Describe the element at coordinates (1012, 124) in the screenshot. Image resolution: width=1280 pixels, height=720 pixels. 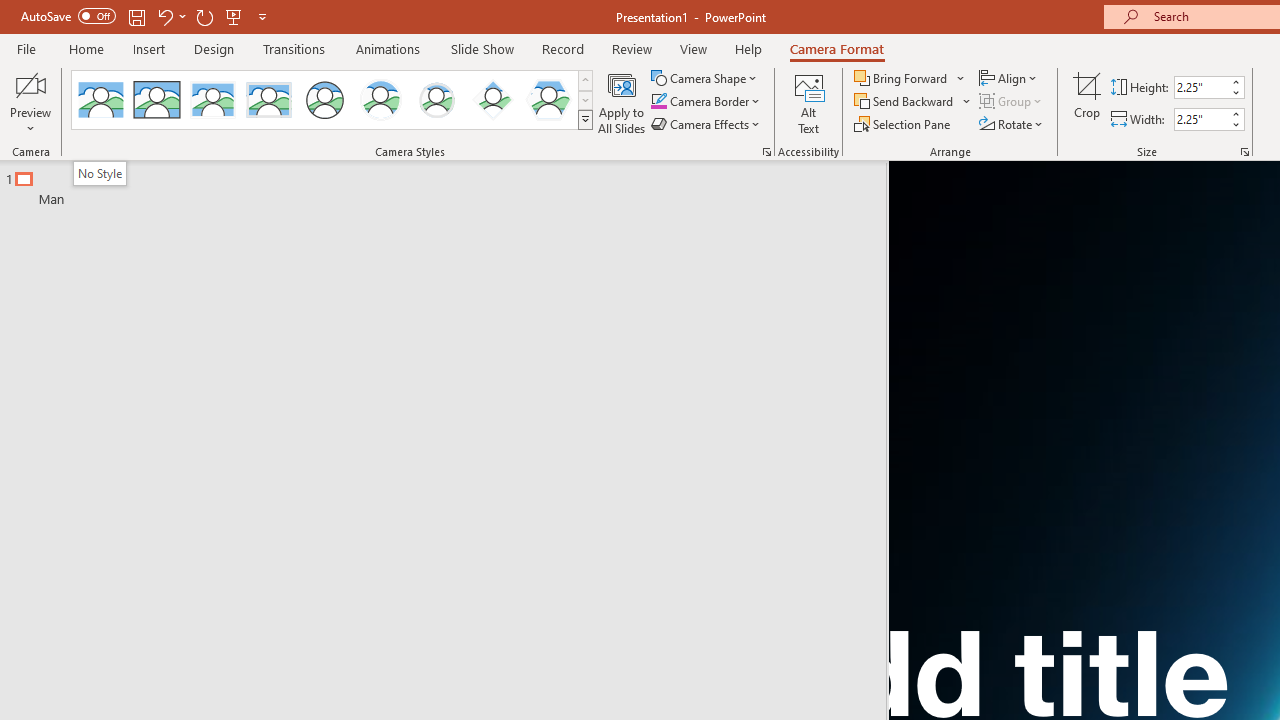
I see `'Rotate'` at that location.